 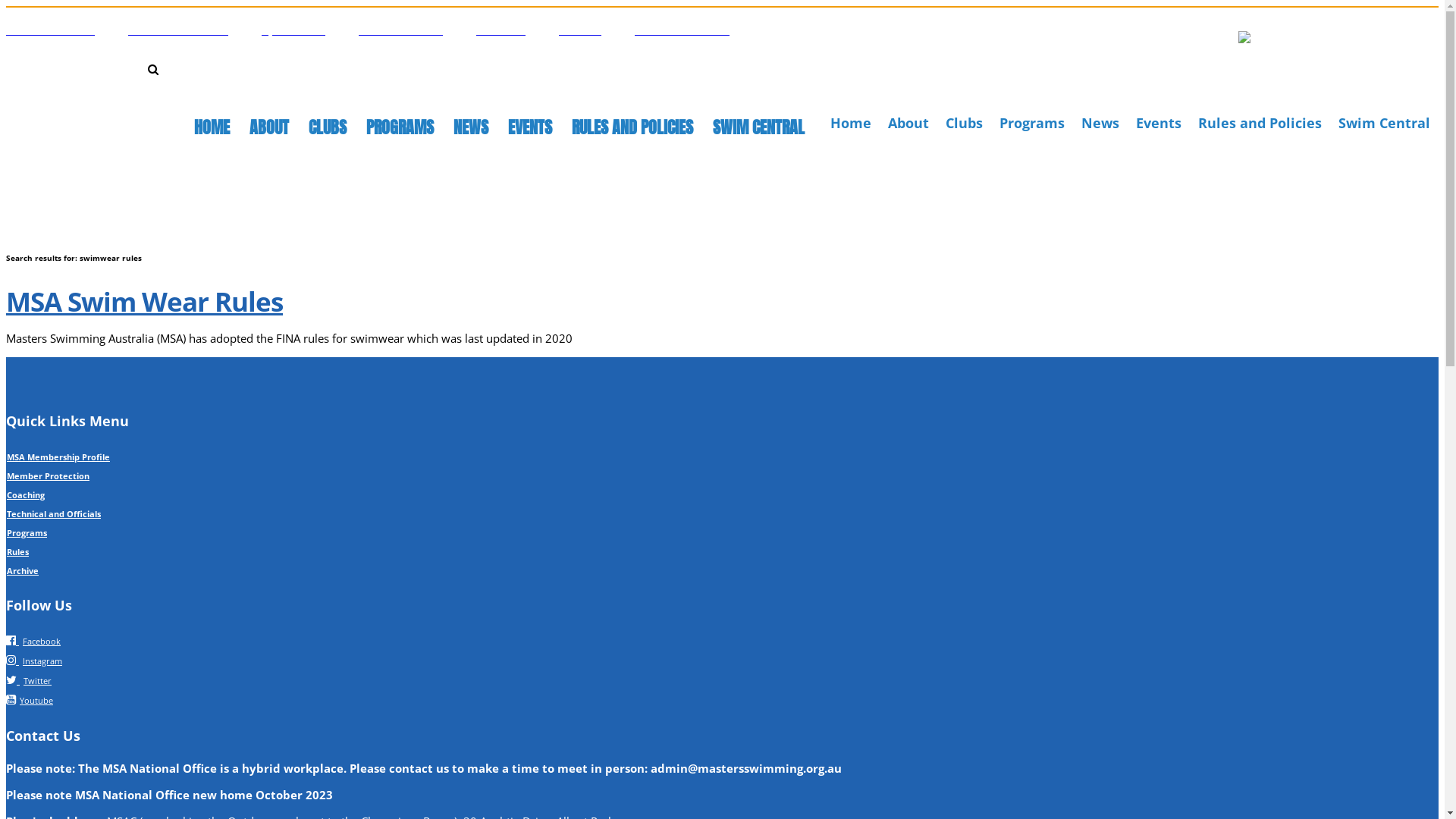 What do you see at coordinates (166, 95) in the screenshot?
I see `'swimwear rules'` at bounding box center [166, 95].